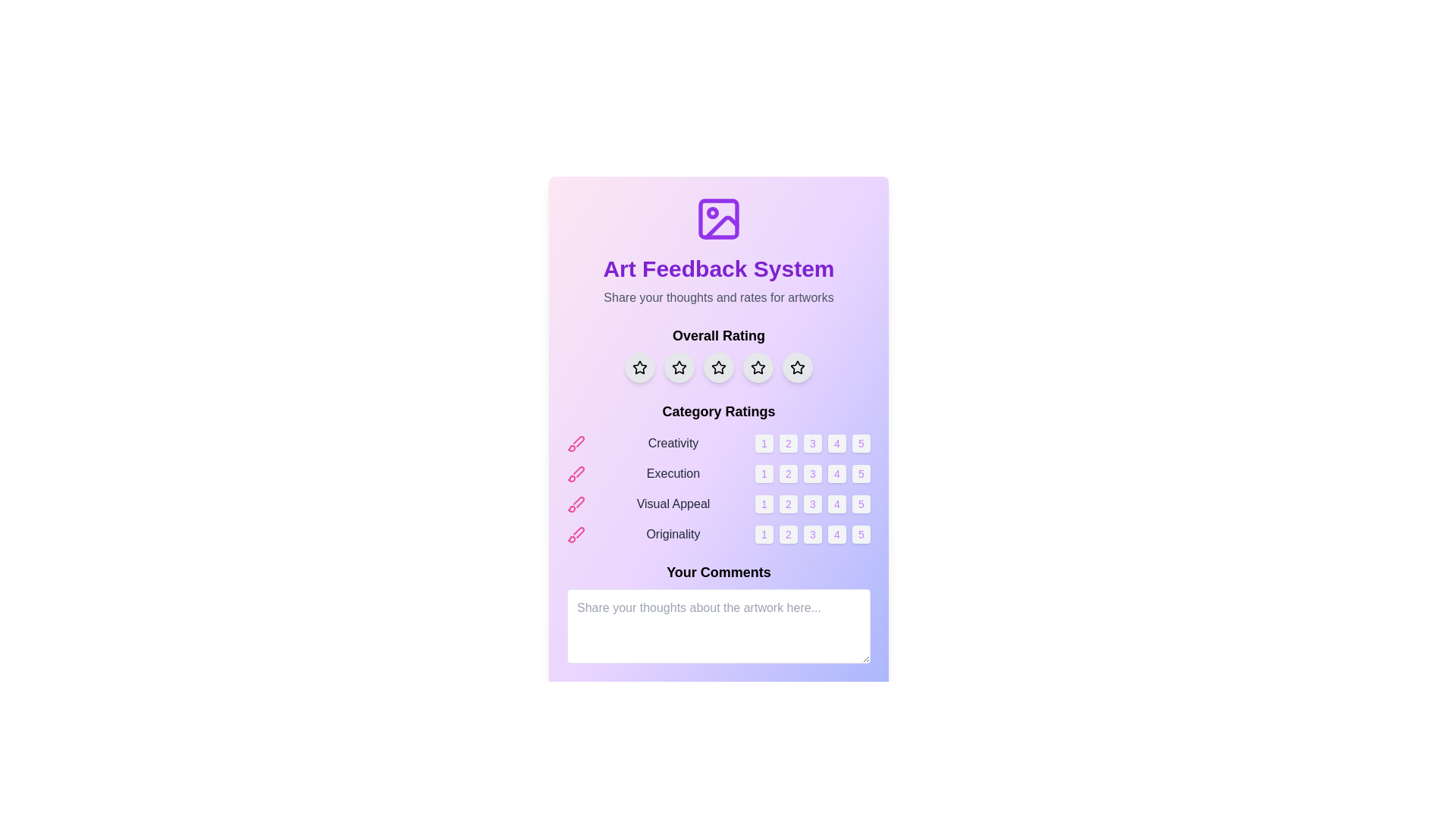 The image size is (1456, 819). Describe the element at coordinates (718, 353) in the screenshot. I see `a star icon within the header-label group of the rating system to assign a rating for the item` at that location.